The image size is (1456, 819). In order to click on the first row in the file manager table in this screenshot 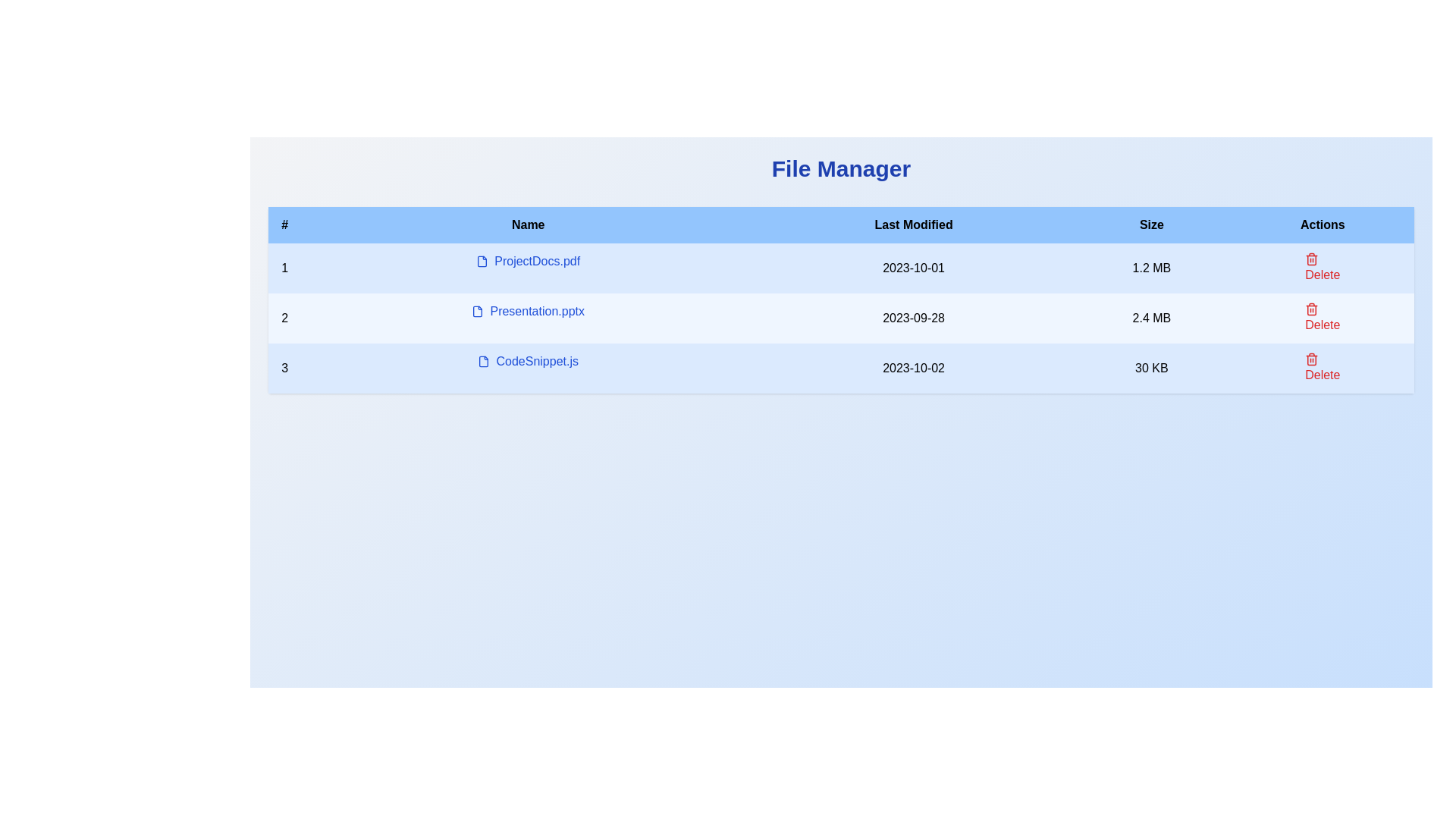, I will do `click(840, 268)`.